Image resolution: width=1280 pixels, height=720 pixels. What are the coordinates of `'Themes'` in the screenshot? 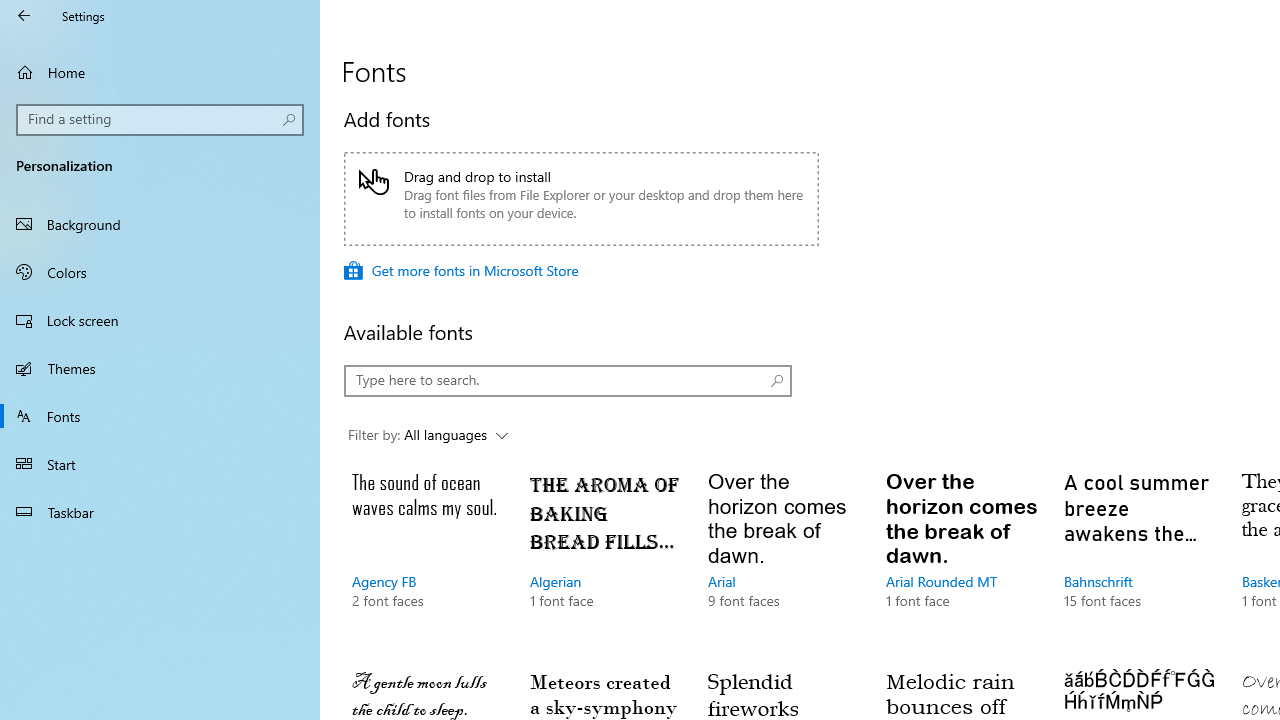 It's located at (160, 367).